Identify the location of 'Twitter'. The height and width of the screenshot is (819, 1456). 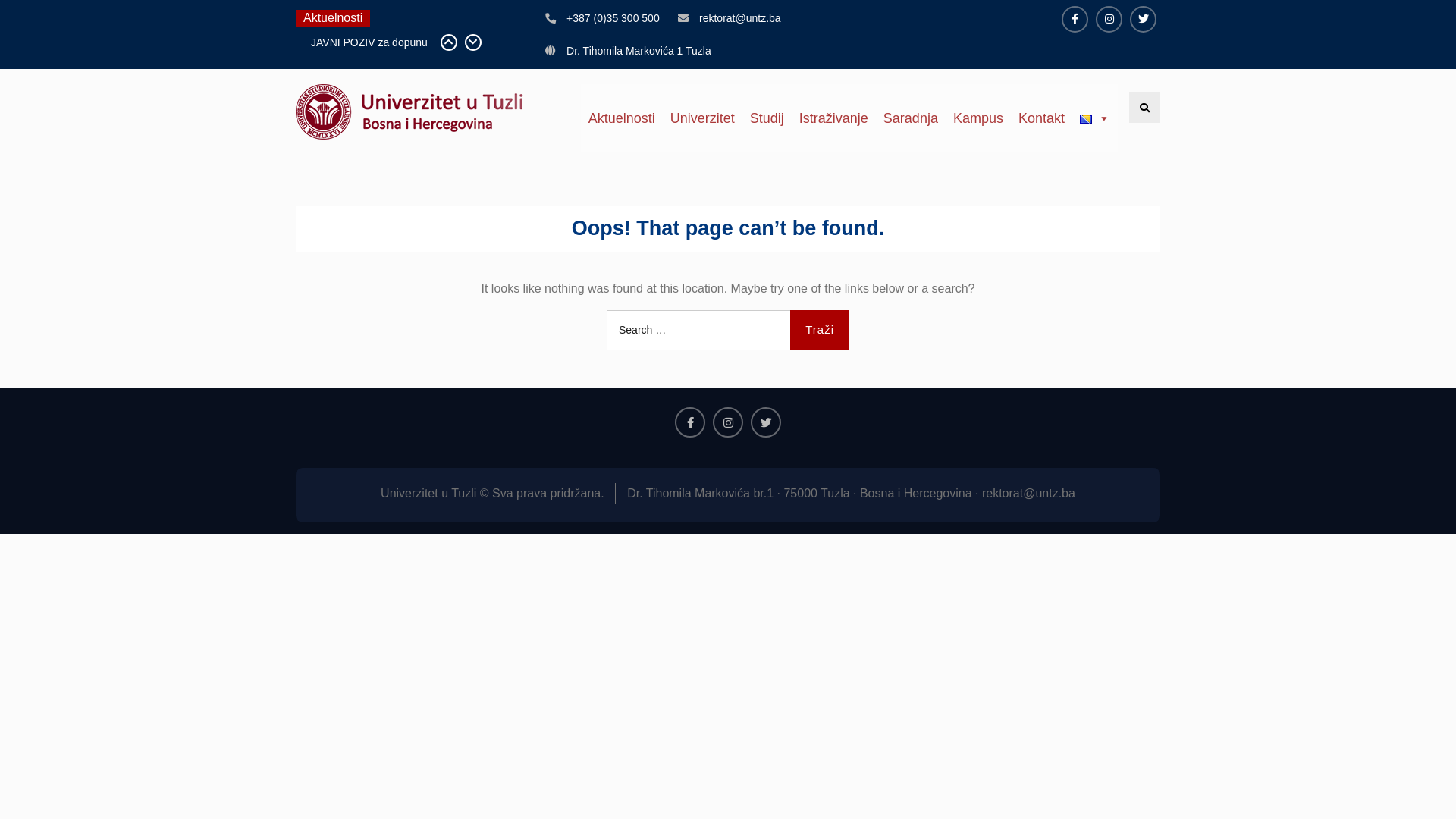
(1143, 19).